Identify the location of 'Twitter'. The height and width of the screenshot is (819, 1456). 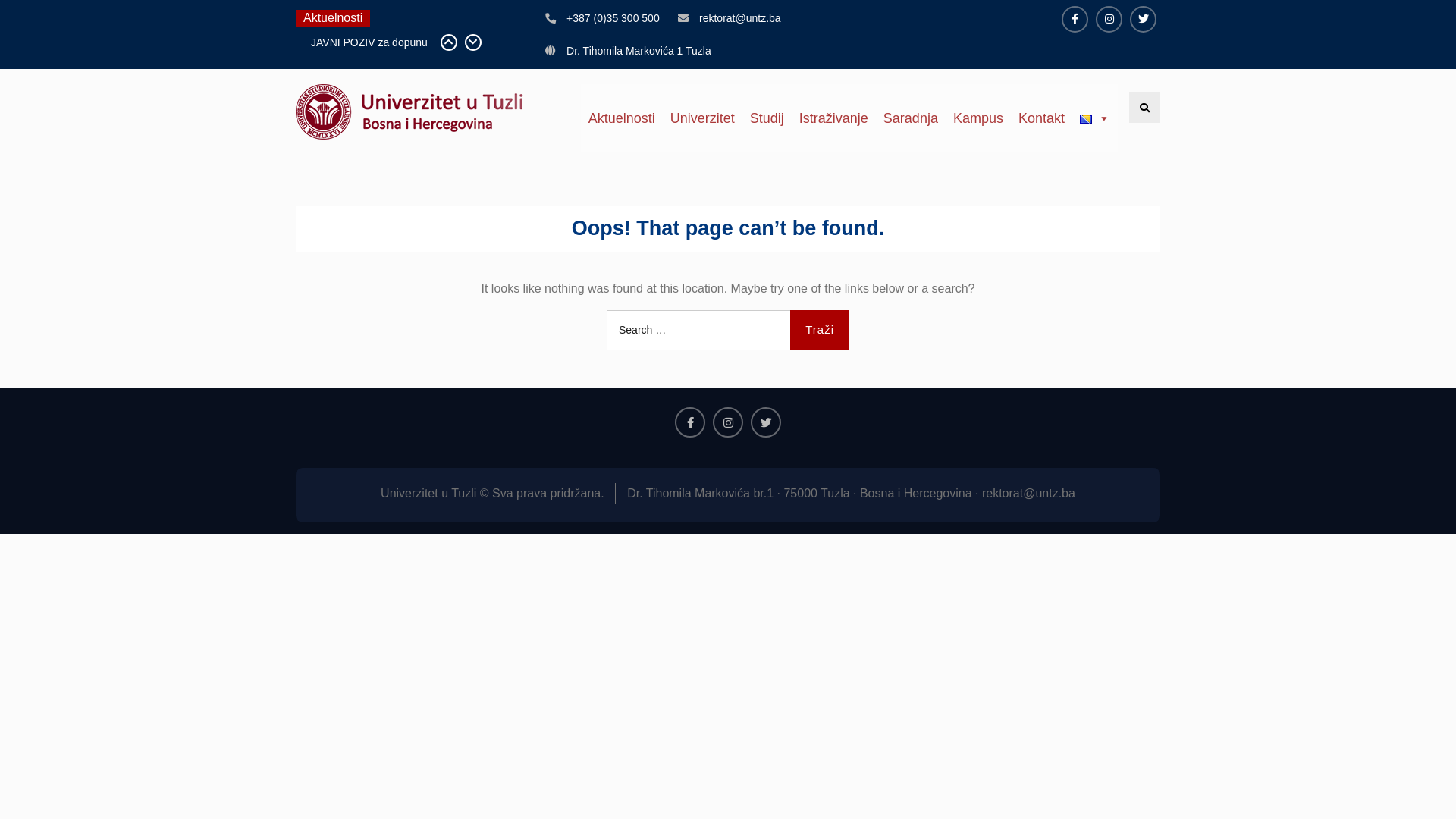
(1143, 19).